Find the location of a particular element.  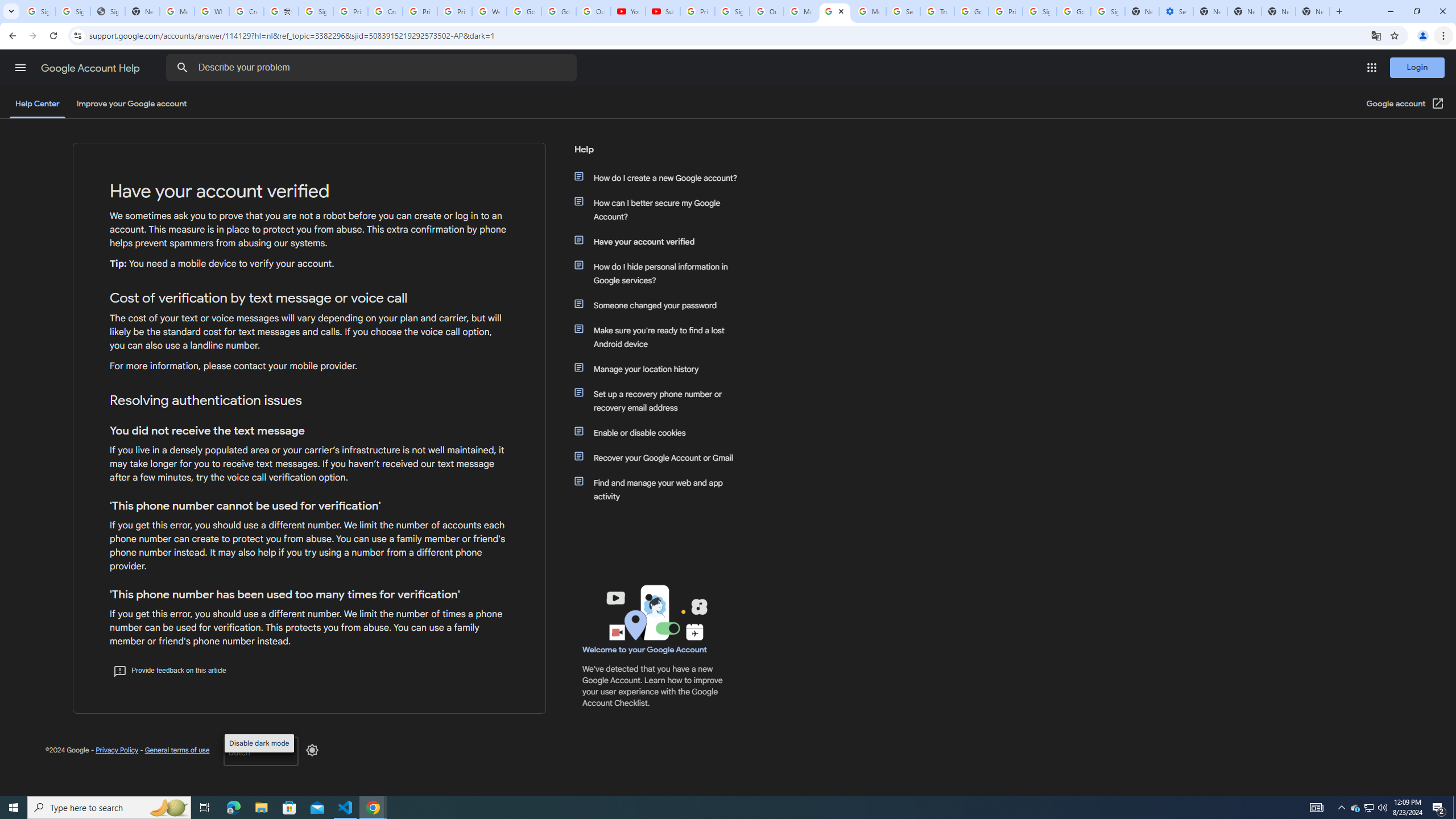

'Subscriptions - YouTube' is located at coordinates (663, 11).